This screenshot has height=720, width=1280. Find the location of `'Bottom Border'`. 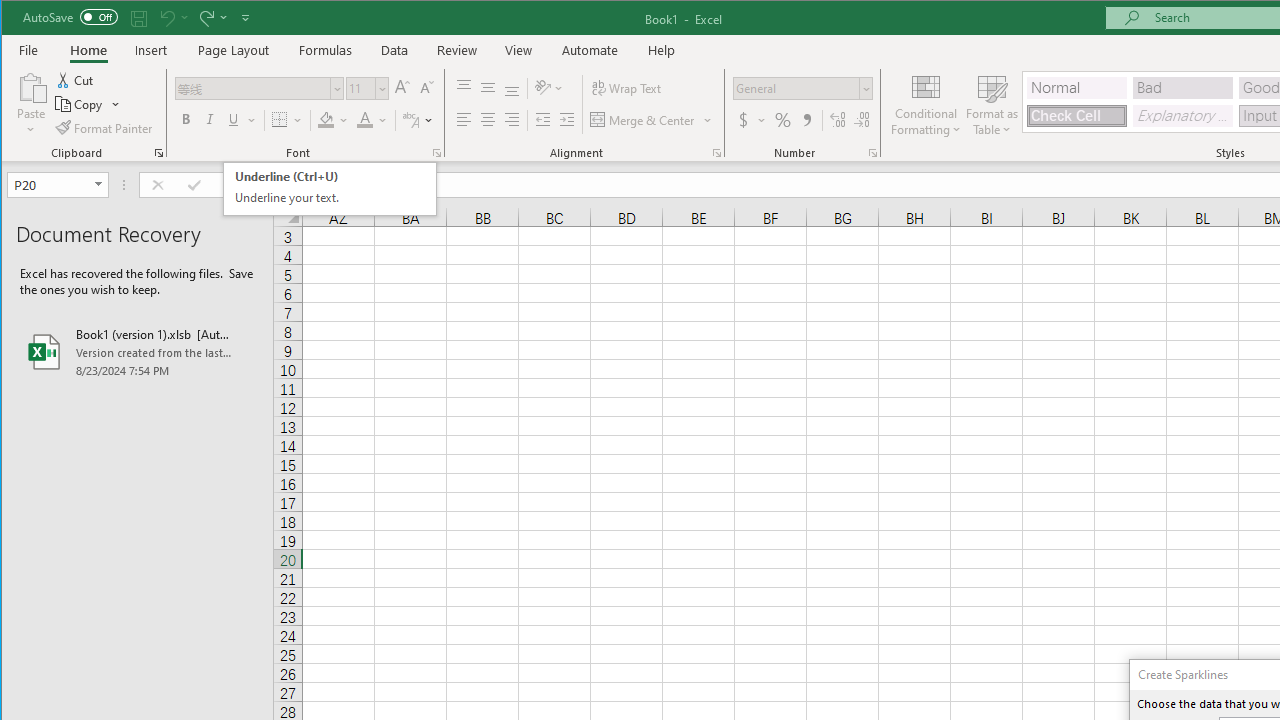

'Bottom Border' is located at coordinates (278, 120).